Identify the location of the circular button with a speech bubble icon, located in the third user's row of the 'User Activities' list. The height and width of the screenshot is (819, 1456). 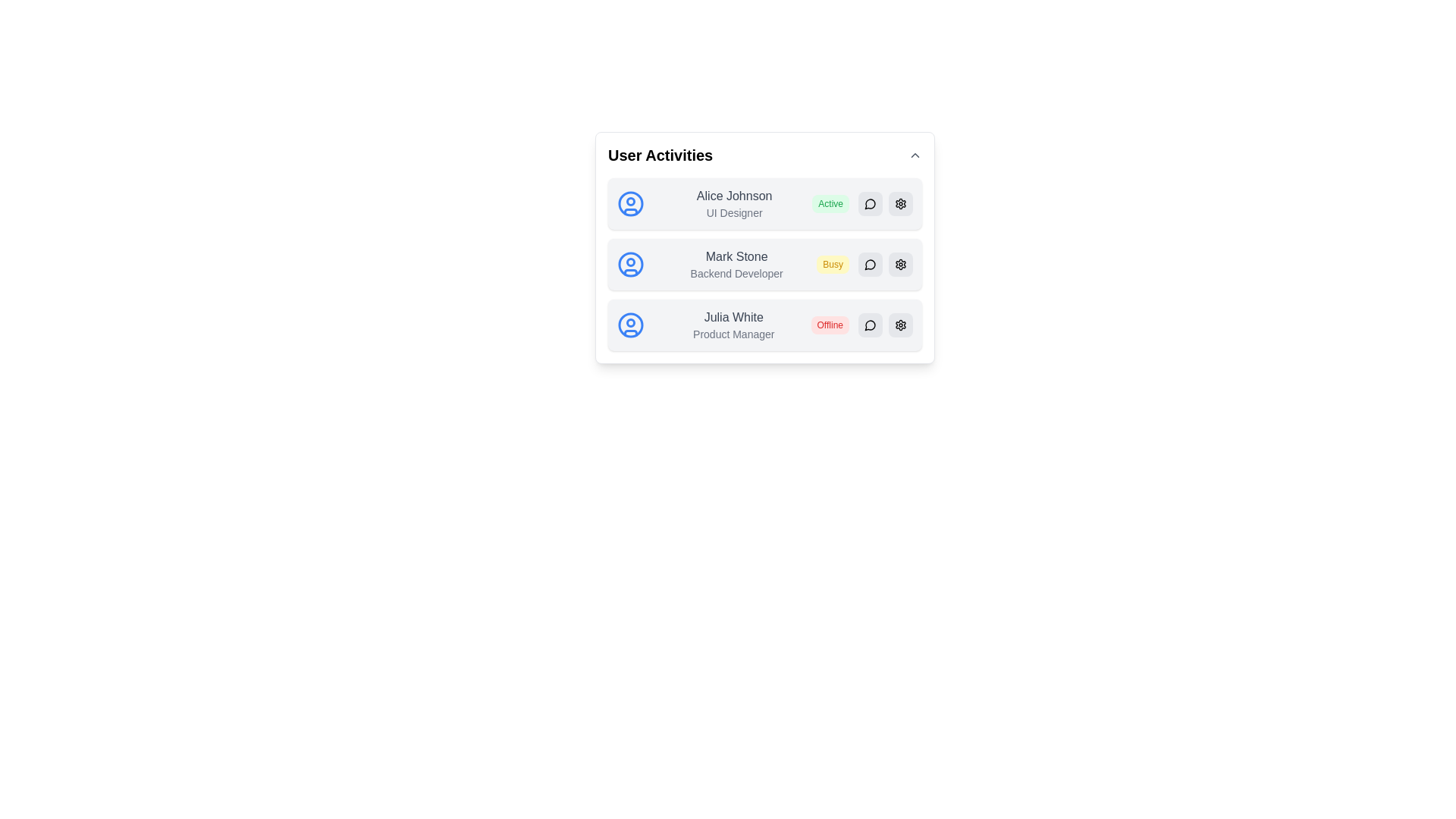
(870, 324).